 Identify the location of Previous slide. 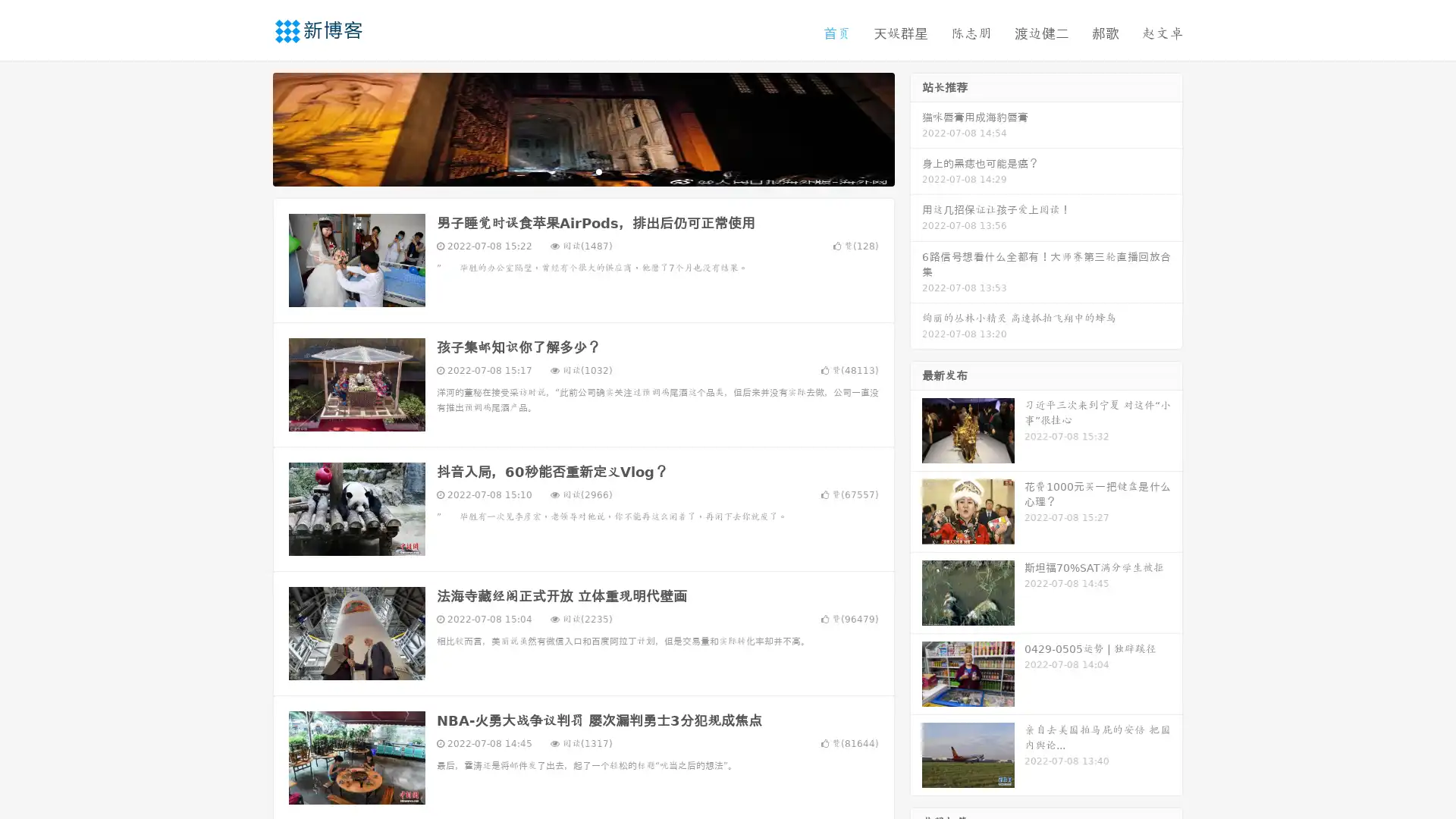
(250, 127).